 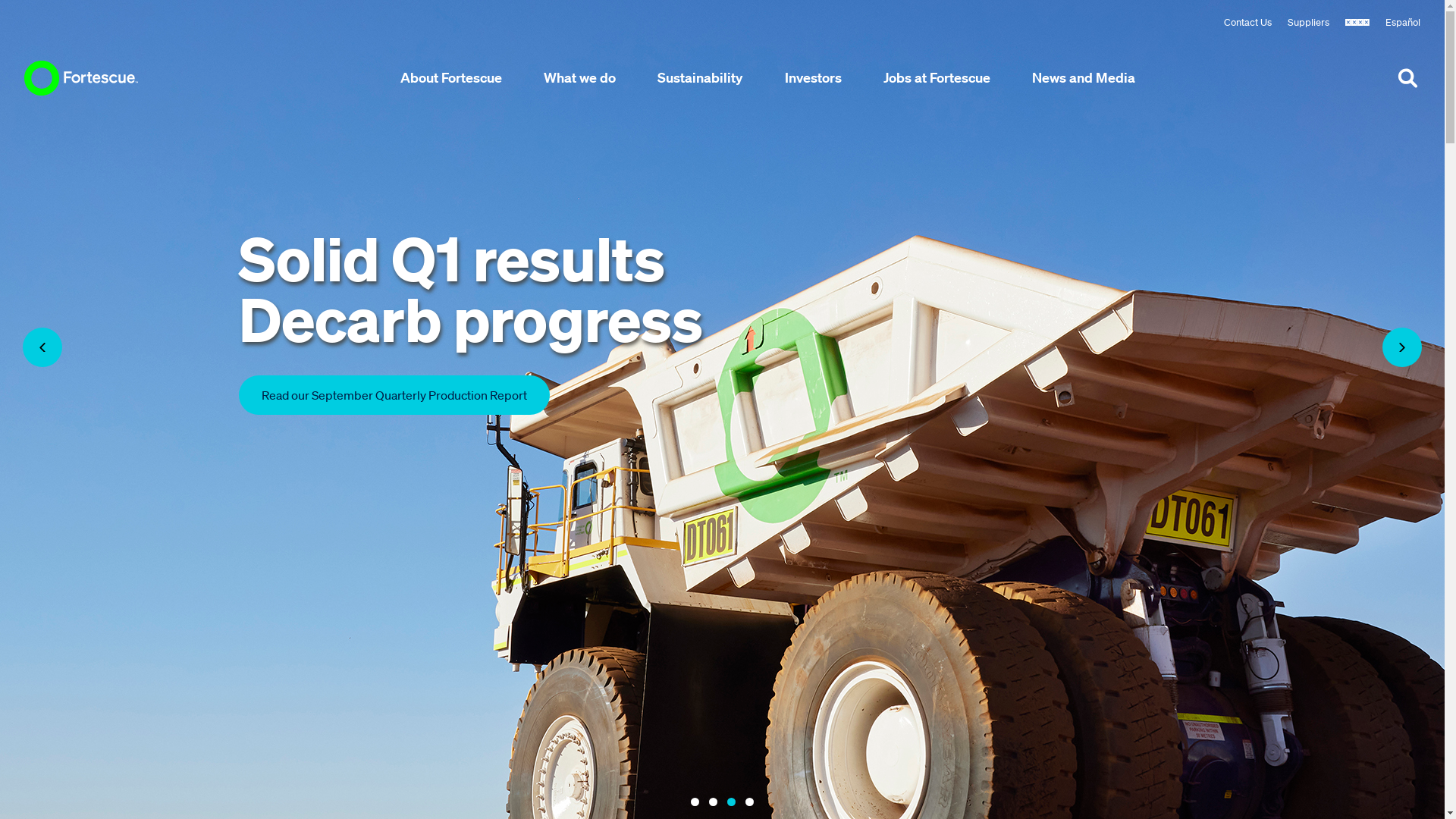 I want to click on 'Investors', so click(x=812, y=77).